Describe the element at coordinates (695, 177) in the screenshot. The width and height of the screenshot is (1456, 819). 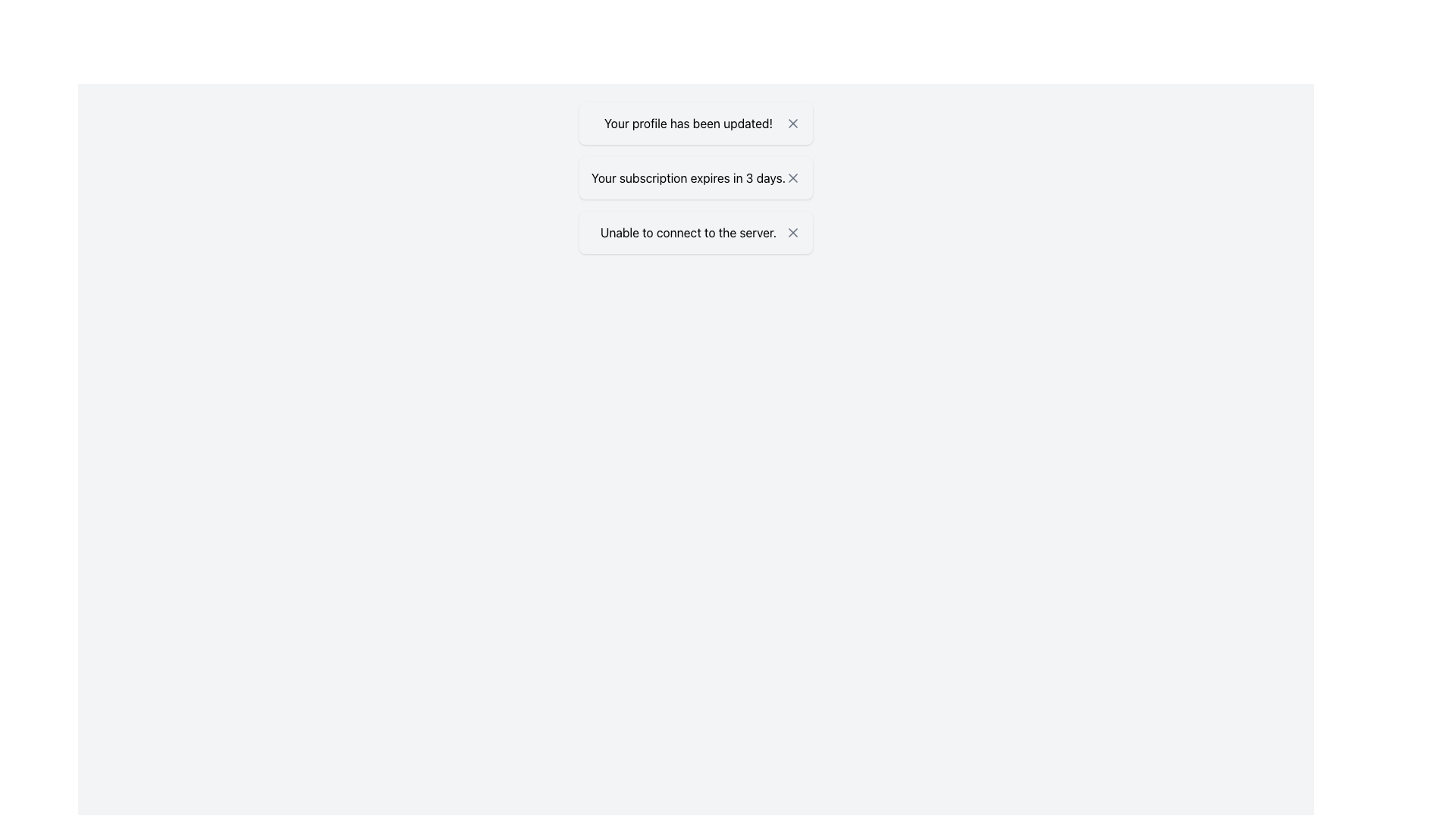
I see `the middle notification box that displays the message 'Your subscription expires in 3 days.'` at that location.